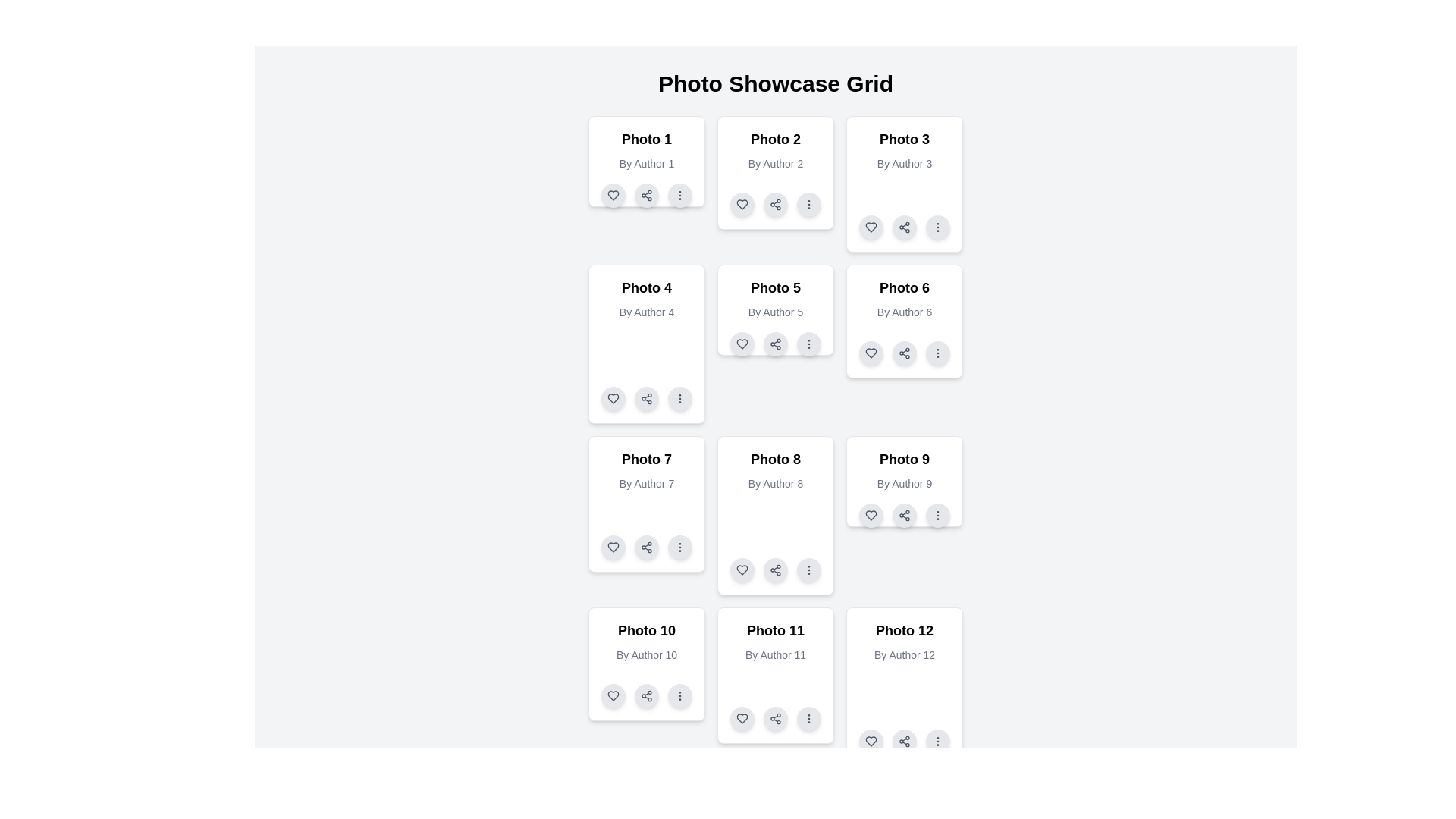 The image size is (1456, 819). Describe the element at coordinates (742, 205) in the screenshot. I see `the circular button with a heart-shaped icon in the bottom-left corner of the 'Photo 2 By Author 2' card` at that location.